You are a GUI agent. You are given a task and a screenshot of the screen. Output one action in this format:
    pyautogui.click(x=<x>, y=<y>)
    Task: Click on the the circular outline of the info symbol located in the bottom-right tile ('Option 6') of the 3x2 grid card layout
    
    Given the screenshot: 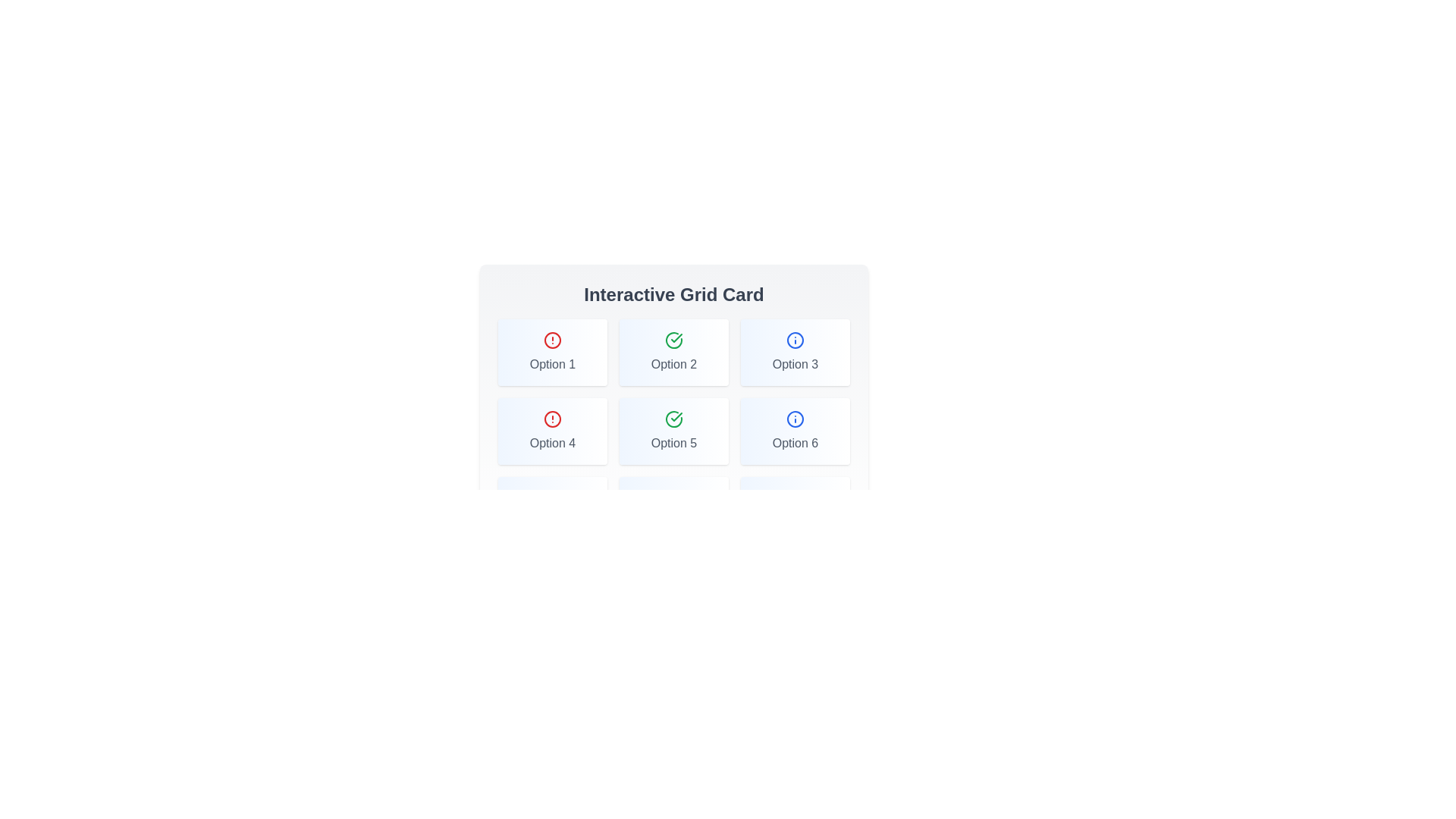 What is the action you would take?
    pyautogui.click(x=795, y=419)
    